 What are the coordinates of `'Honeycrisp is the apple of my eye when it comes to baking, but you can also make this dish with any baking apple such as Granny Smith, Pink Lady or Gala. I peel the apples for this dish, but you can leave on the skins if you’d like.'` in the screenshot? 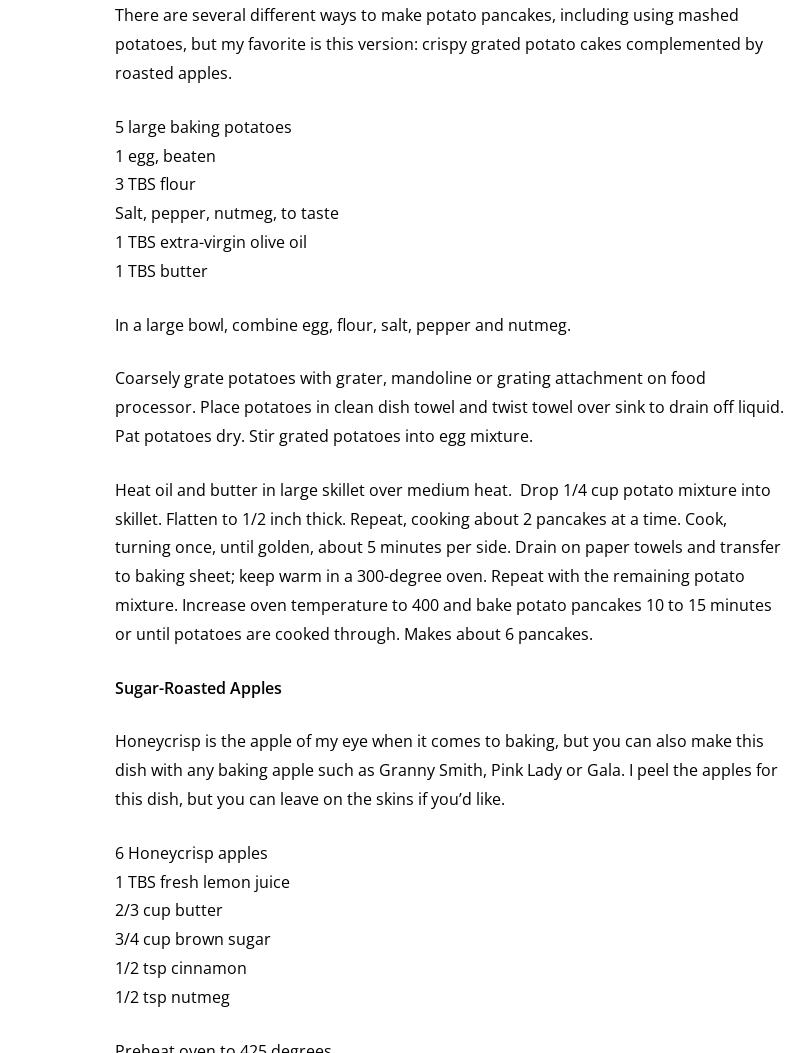 It's located at (445, 769).